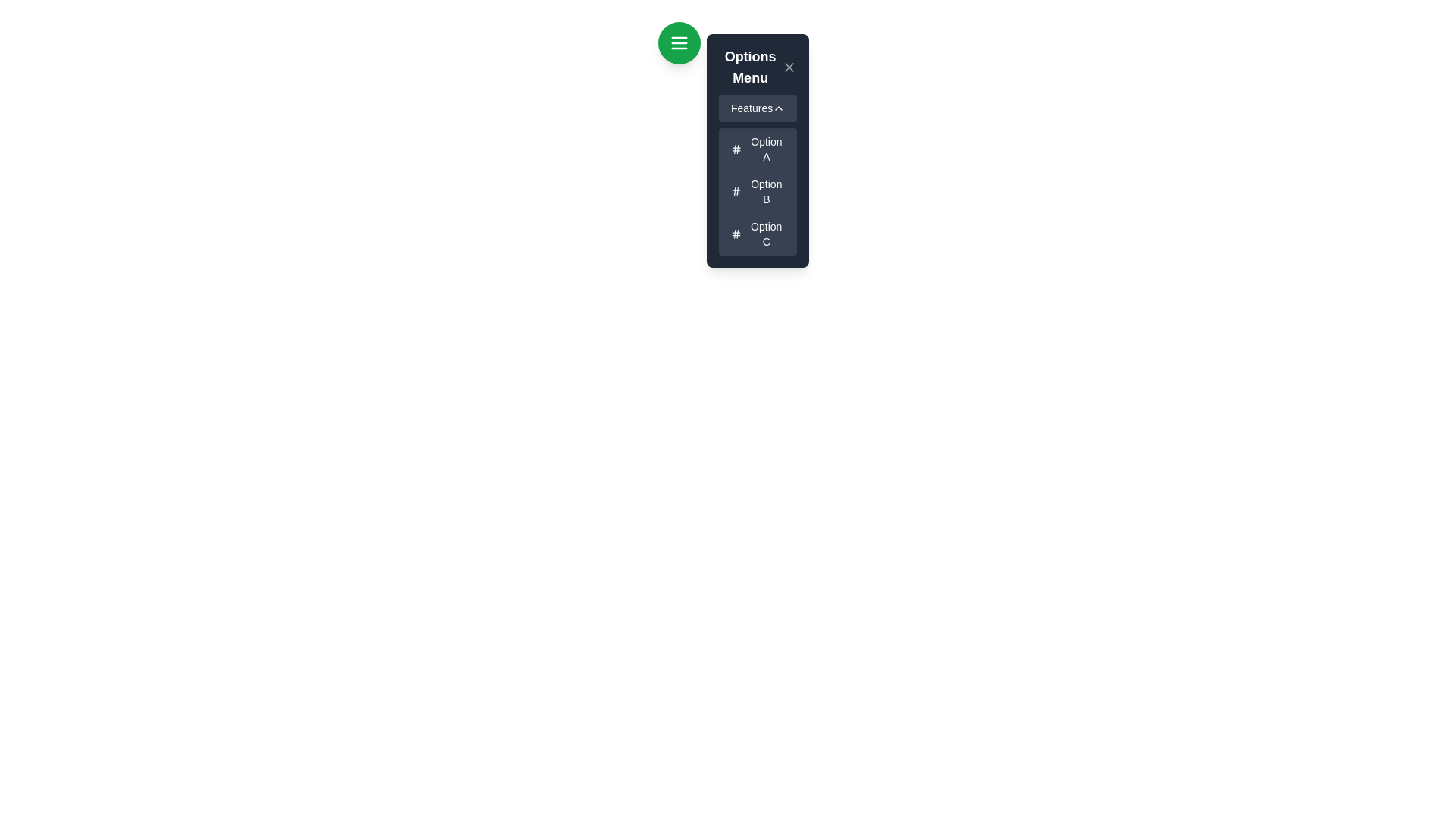  I want to click on the hash icon, which serves as a visual identifier for the menu item labeled 'Option A', so click(736, 149).